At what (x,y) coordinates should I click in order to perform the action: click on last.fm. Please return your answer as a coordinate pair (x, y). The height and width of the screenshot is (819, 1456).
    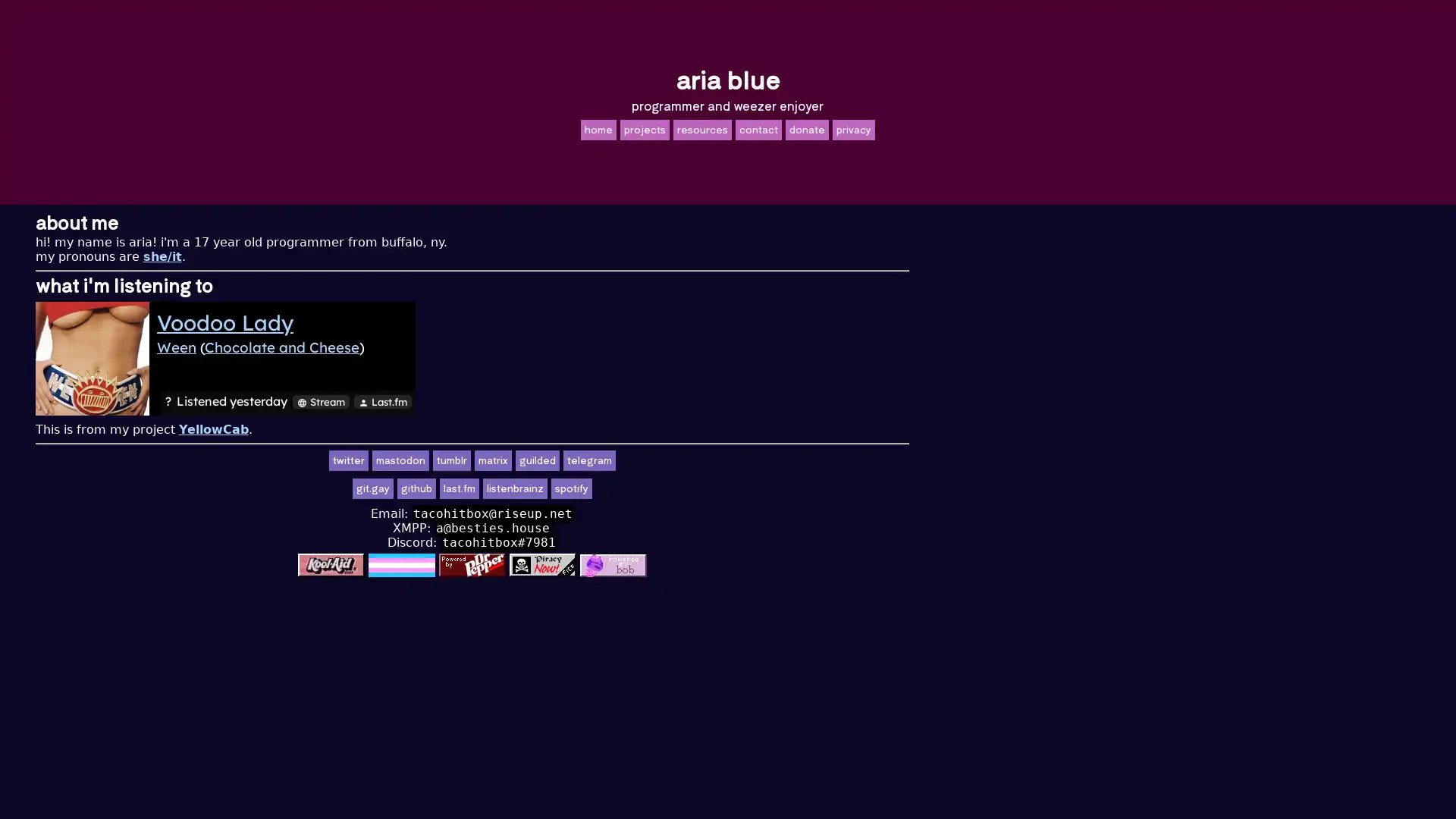
    Looking at the image, I should click on (714, 488).